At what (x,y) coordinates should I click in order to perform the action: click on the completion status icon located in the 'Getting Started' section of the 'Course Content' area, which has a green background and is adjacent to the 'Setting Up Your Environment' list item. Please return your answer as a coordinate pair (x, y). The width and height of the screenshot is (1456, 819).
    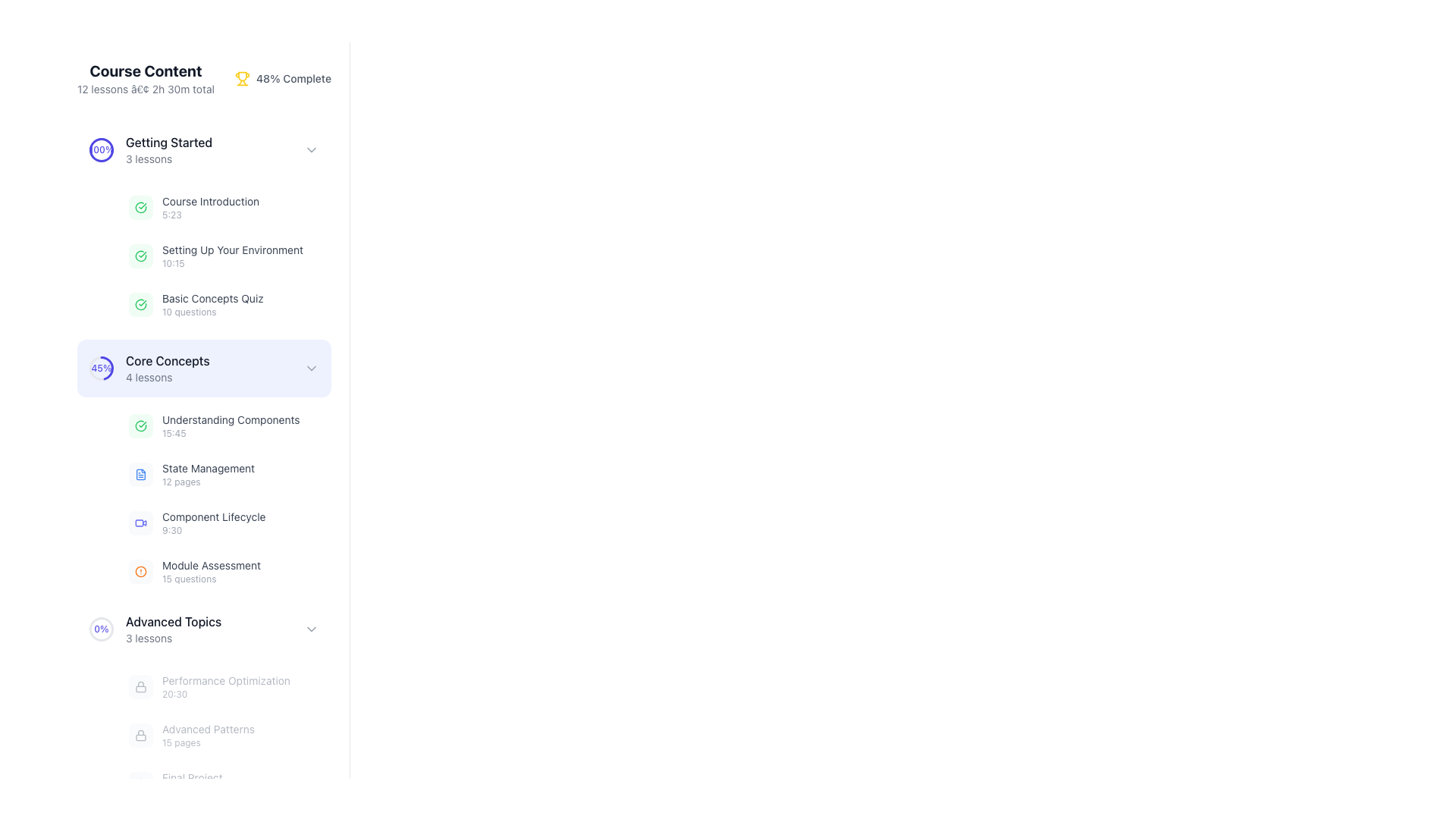
    Looking at the image, I should click on (141, 207).